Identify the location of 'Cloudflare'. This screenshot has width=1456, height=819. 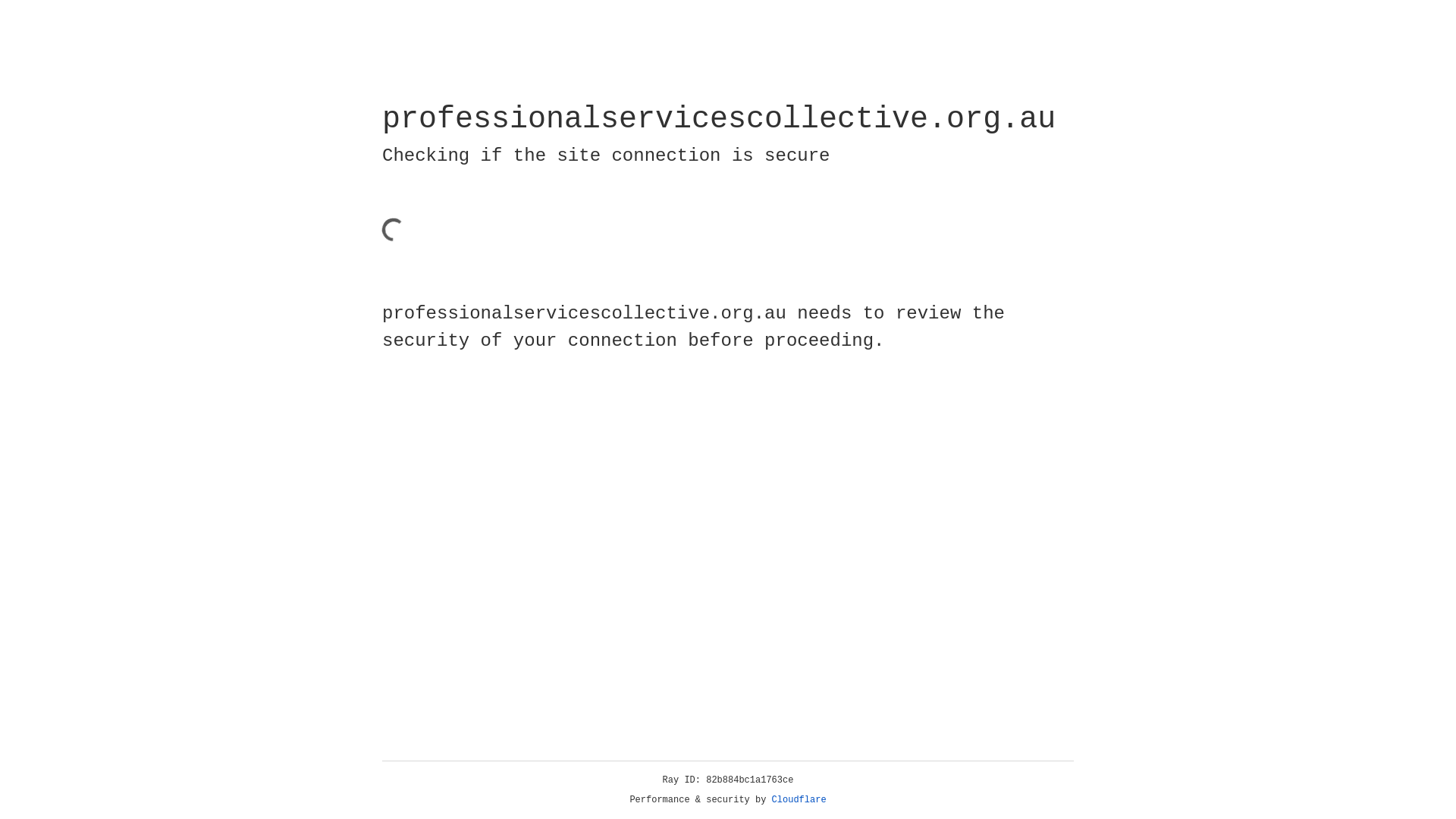
(799, 799).